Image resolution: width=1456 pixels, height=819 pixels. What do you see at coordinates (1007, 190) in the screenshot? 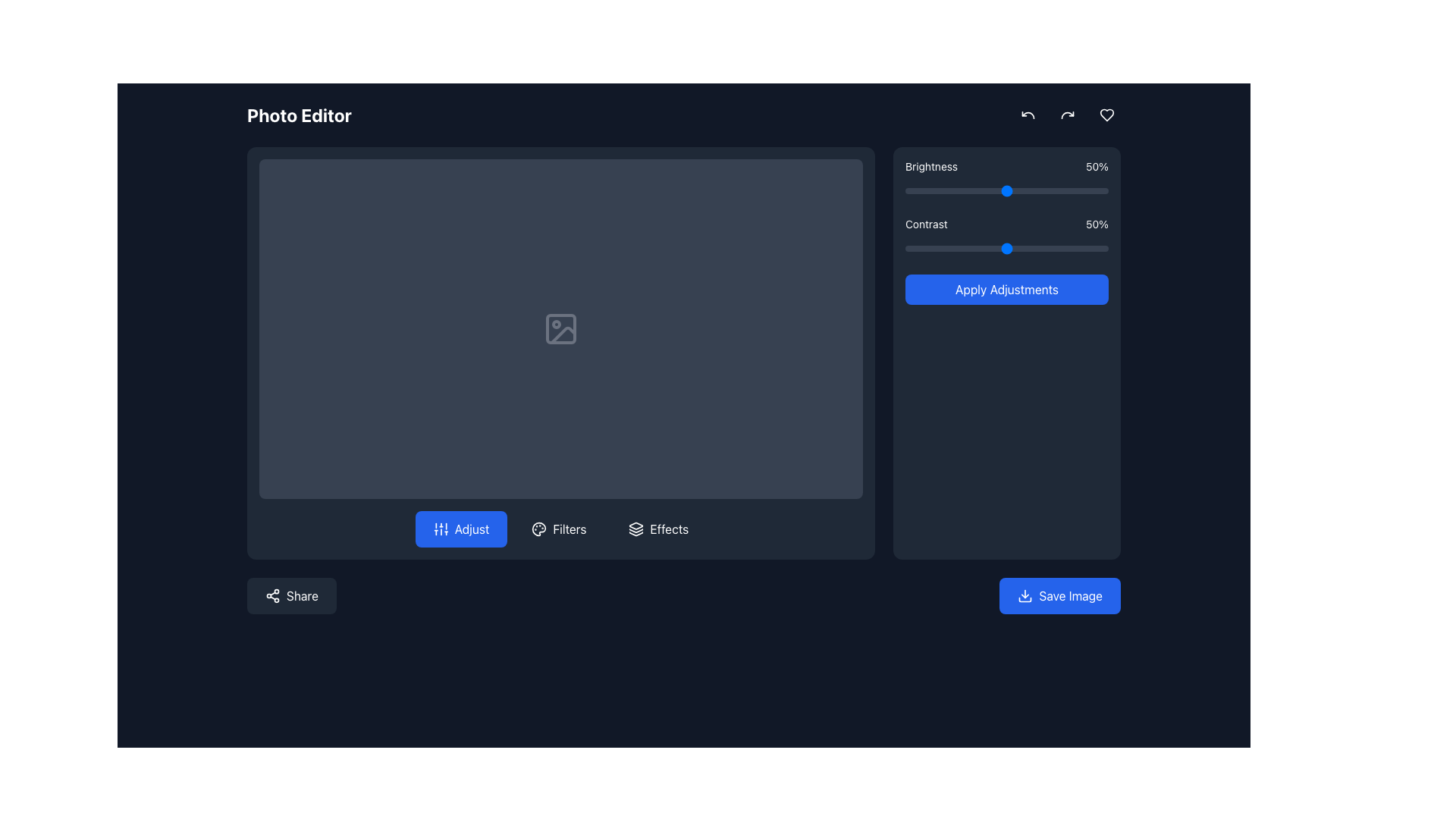
I see `the horizontal range slider control with a blue knob, located below the 'Brightness' label and '50%' display` at bounding box center [1007, 190].